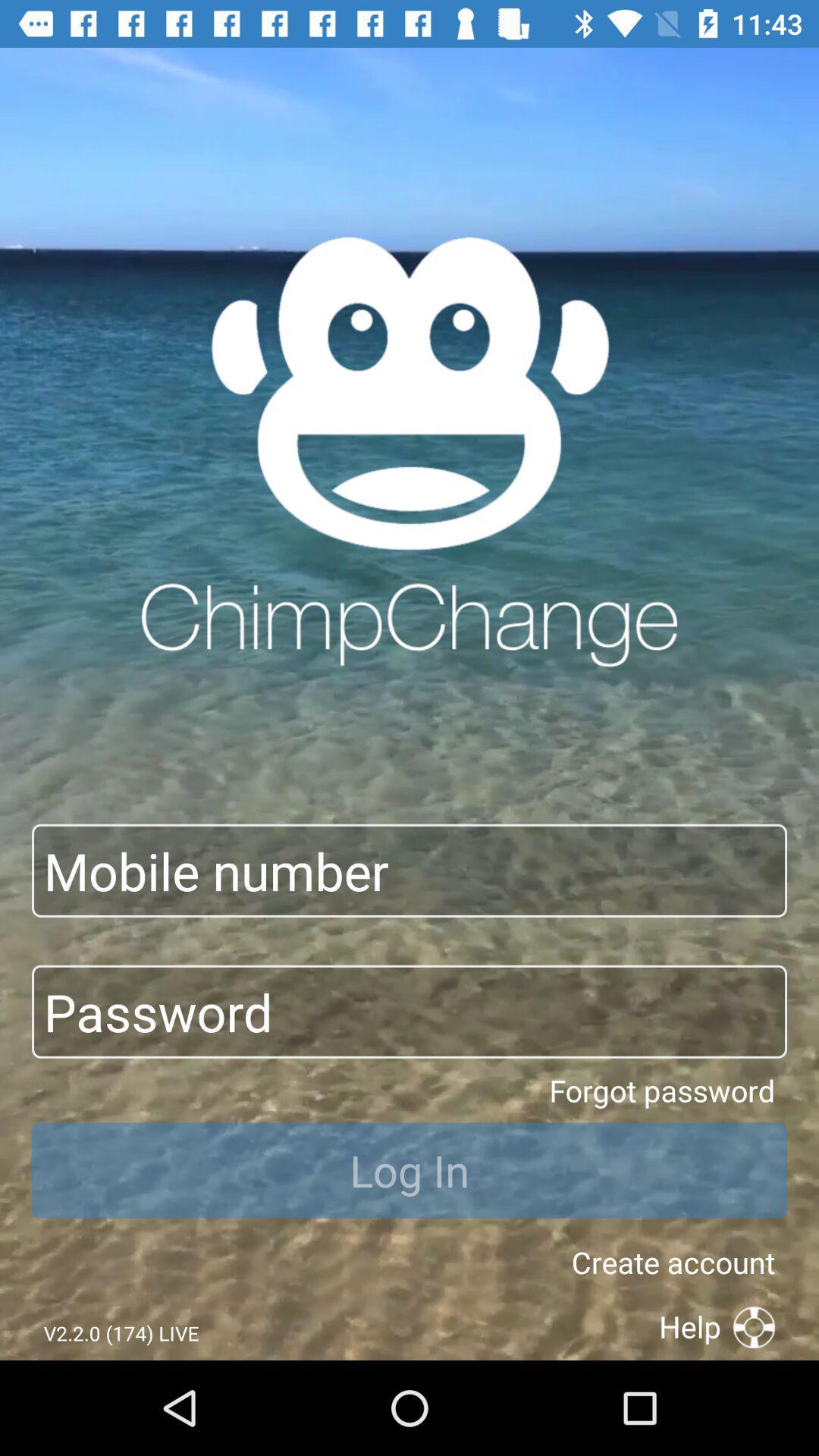 The width and height of the screenshot is (819, 1456). I want to click on input field, so click(409, 871).